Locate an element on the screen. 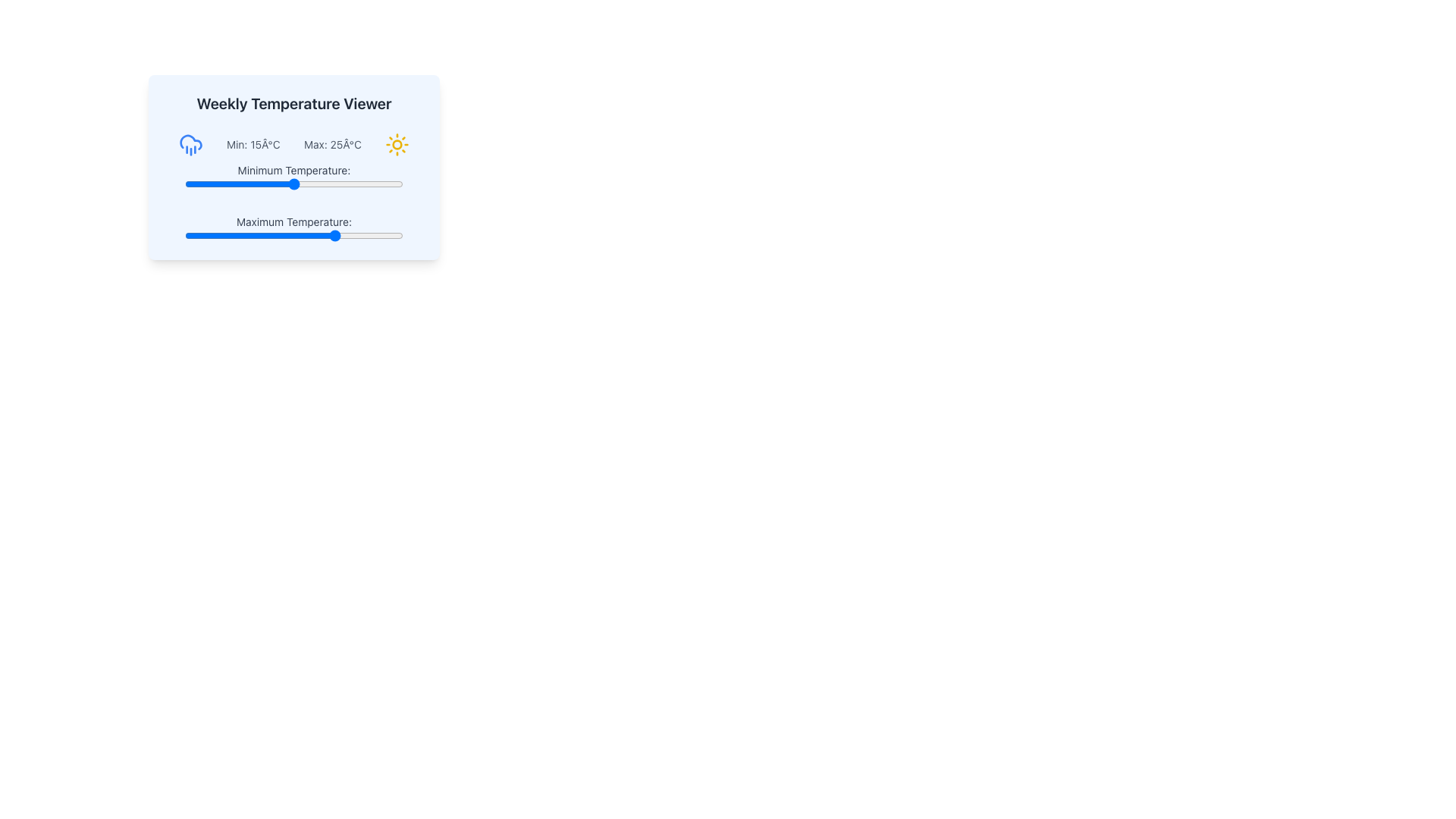 The image size is (1456, 819). the blue cloud with raindrops icon, which is the leftmost icon in the 'Weekly Temperature Viewer' card, adjacent to 'Min: 15°C' is located at coordinates (190, 145).